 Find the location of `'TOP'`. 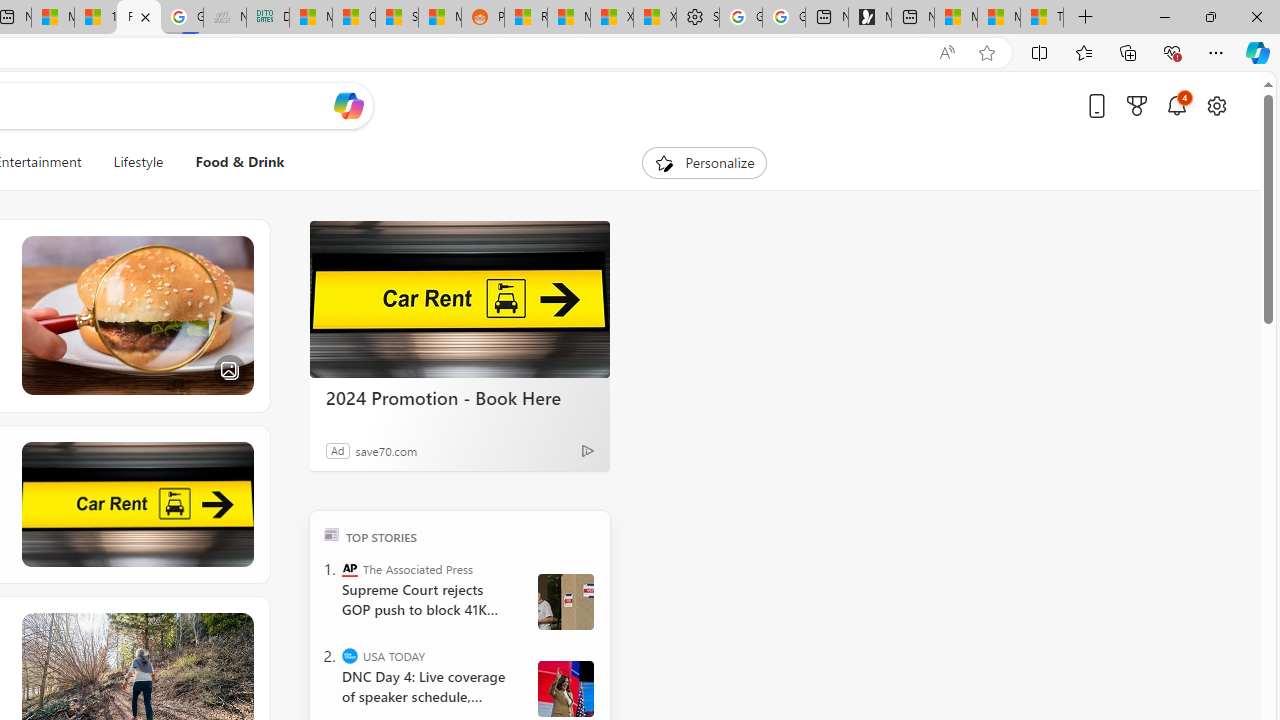

'TOP' is located at coordinates (332, 533).